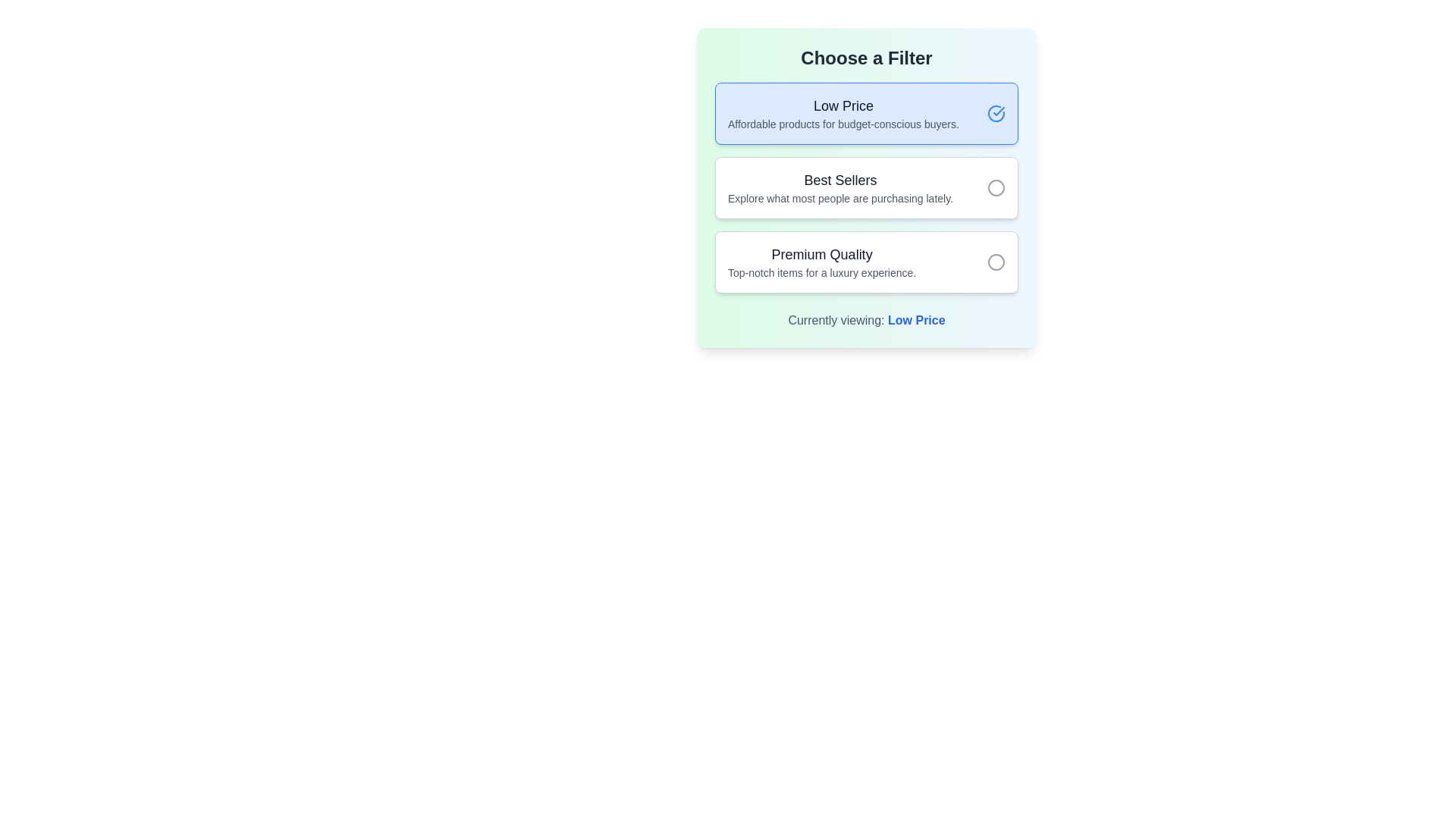 This screenshot has width=1456, height=819. What do you see at coordinates (821, 271) in the screenshot?
I see `the text description styled in light gray that reads 'Top-notch items for a luxury experience' located directly below the title 'Premium Quality.'` at bounding box center [821, 271].